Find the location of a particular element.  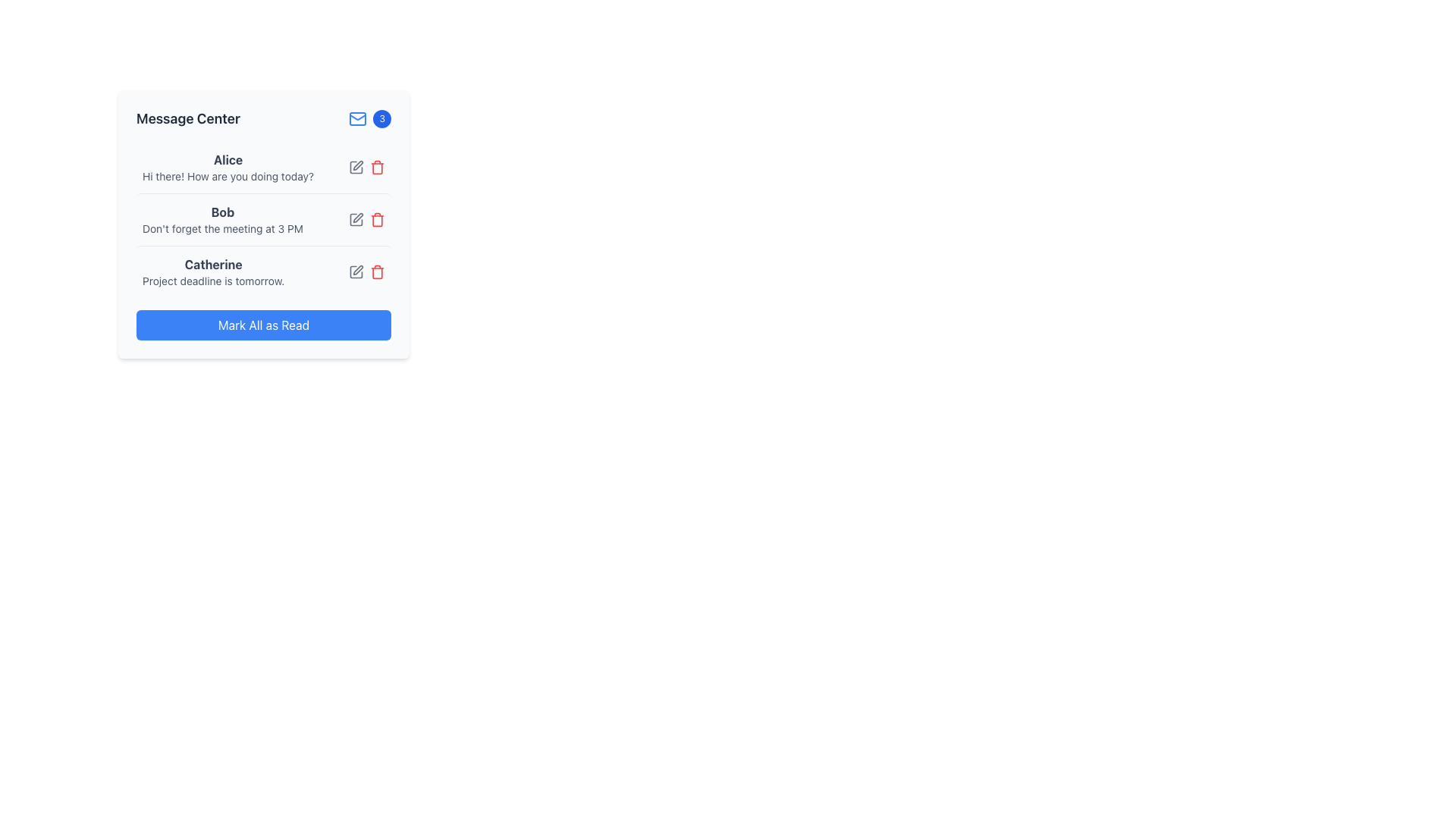

text element displaying the message "Don't forget the meeting at 3 PM," which is the second message in the Message Center, located below the bold name label "Bob." is located at coordinates (221, 228).